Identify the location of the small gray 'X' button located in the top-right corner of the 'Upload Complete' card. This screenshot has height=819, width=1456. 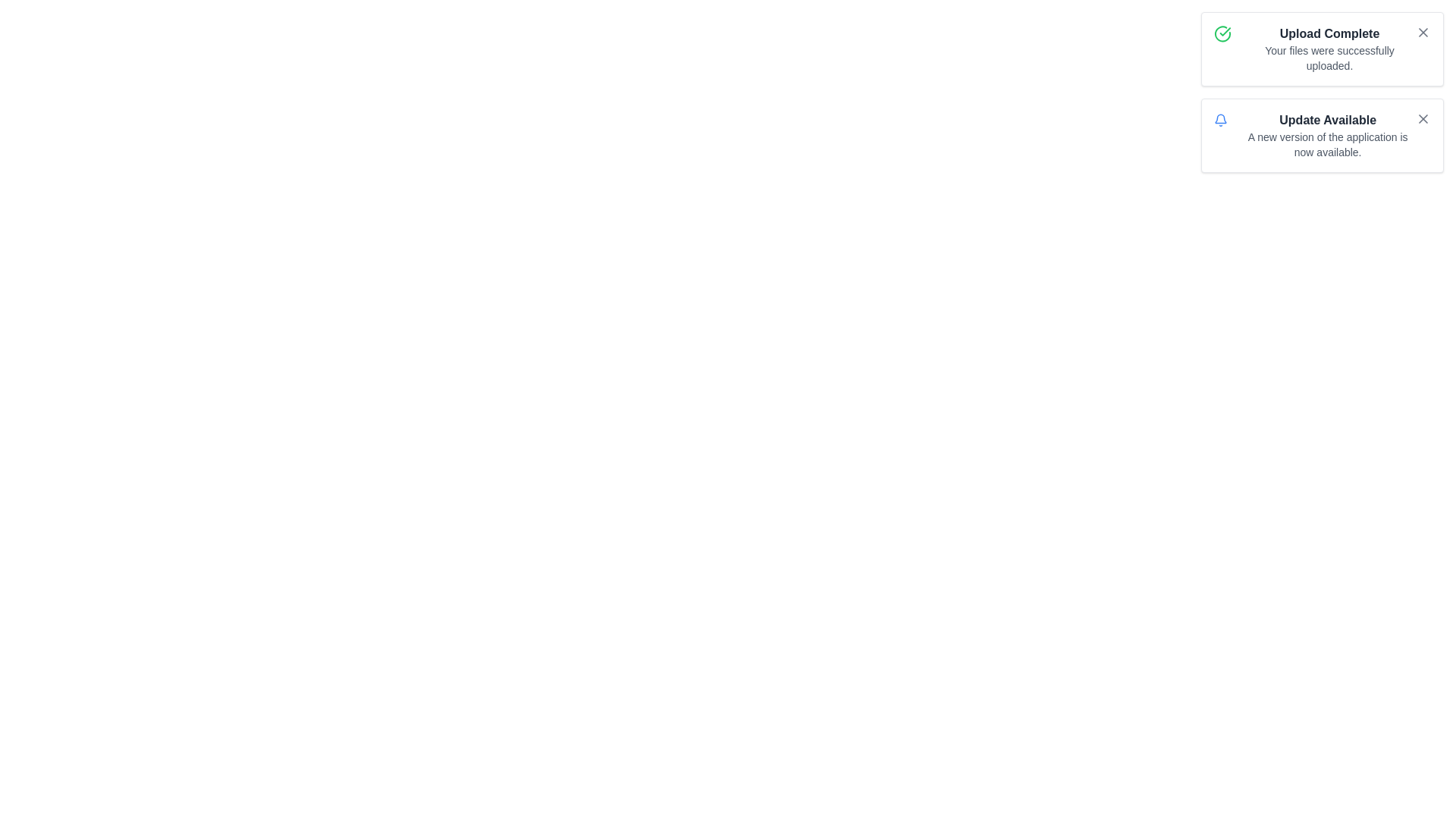
(1422, 32).